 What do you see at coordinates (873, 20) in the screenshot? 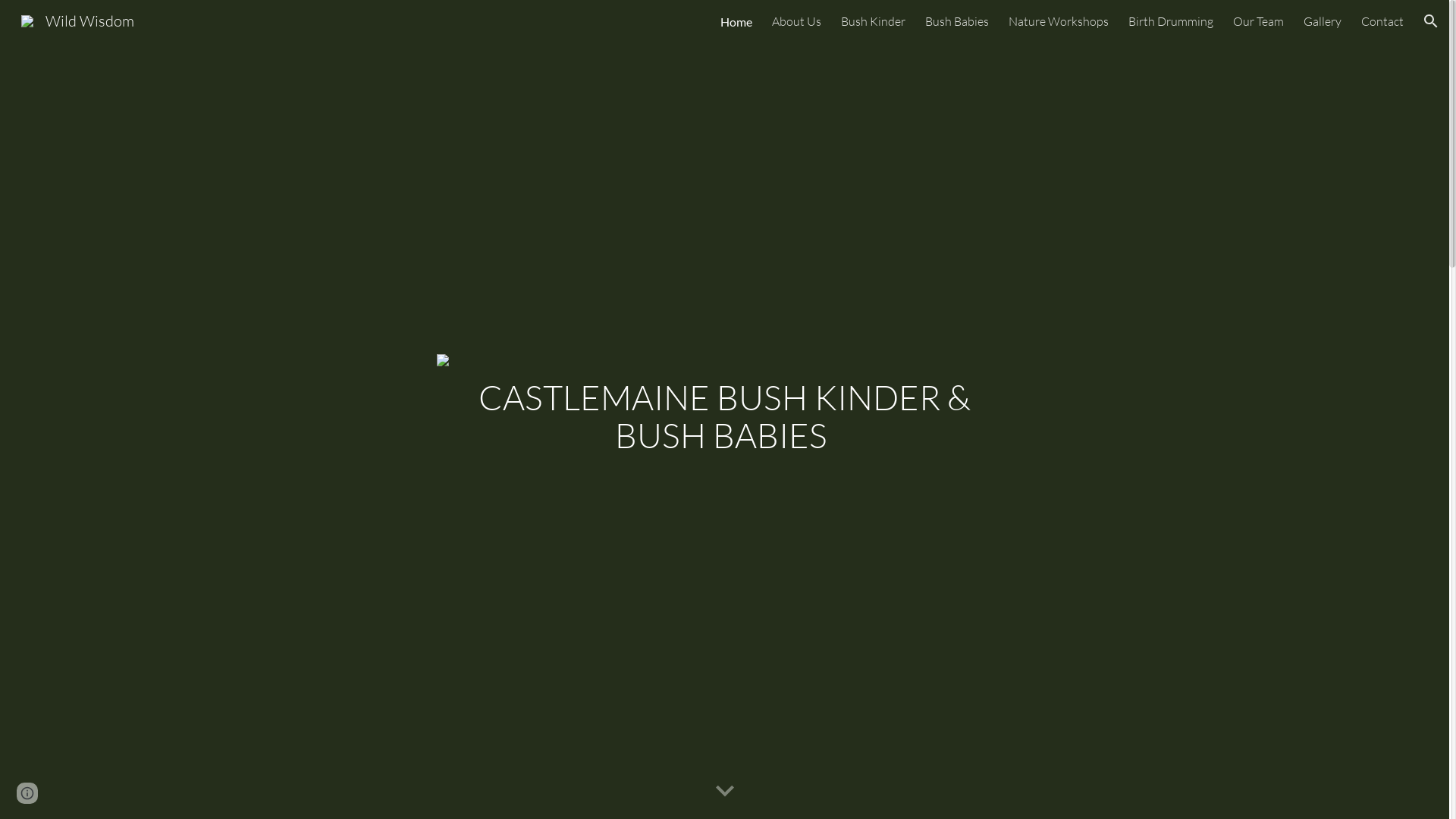
I see `'Bush Kinder'` at bounding box center [873, 20].